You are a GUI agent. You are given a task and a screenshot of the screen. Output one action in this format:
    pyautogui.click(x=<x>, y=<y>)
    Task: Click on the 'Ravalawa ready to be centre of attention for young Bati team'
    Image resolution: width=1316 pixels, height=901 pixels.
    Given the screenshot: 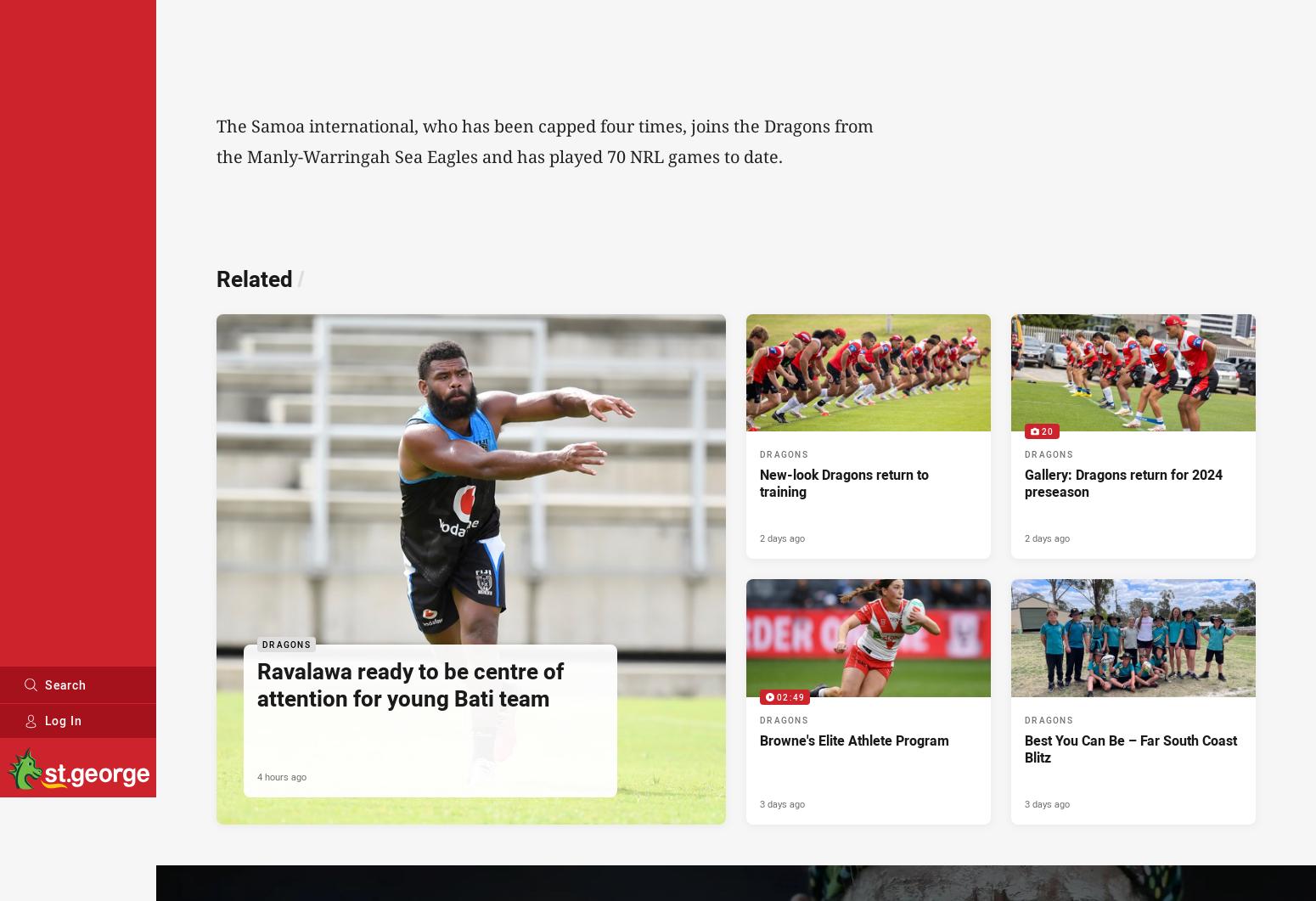 What is the action you would take?
    pyautogui.click(x=409, y=684)
    